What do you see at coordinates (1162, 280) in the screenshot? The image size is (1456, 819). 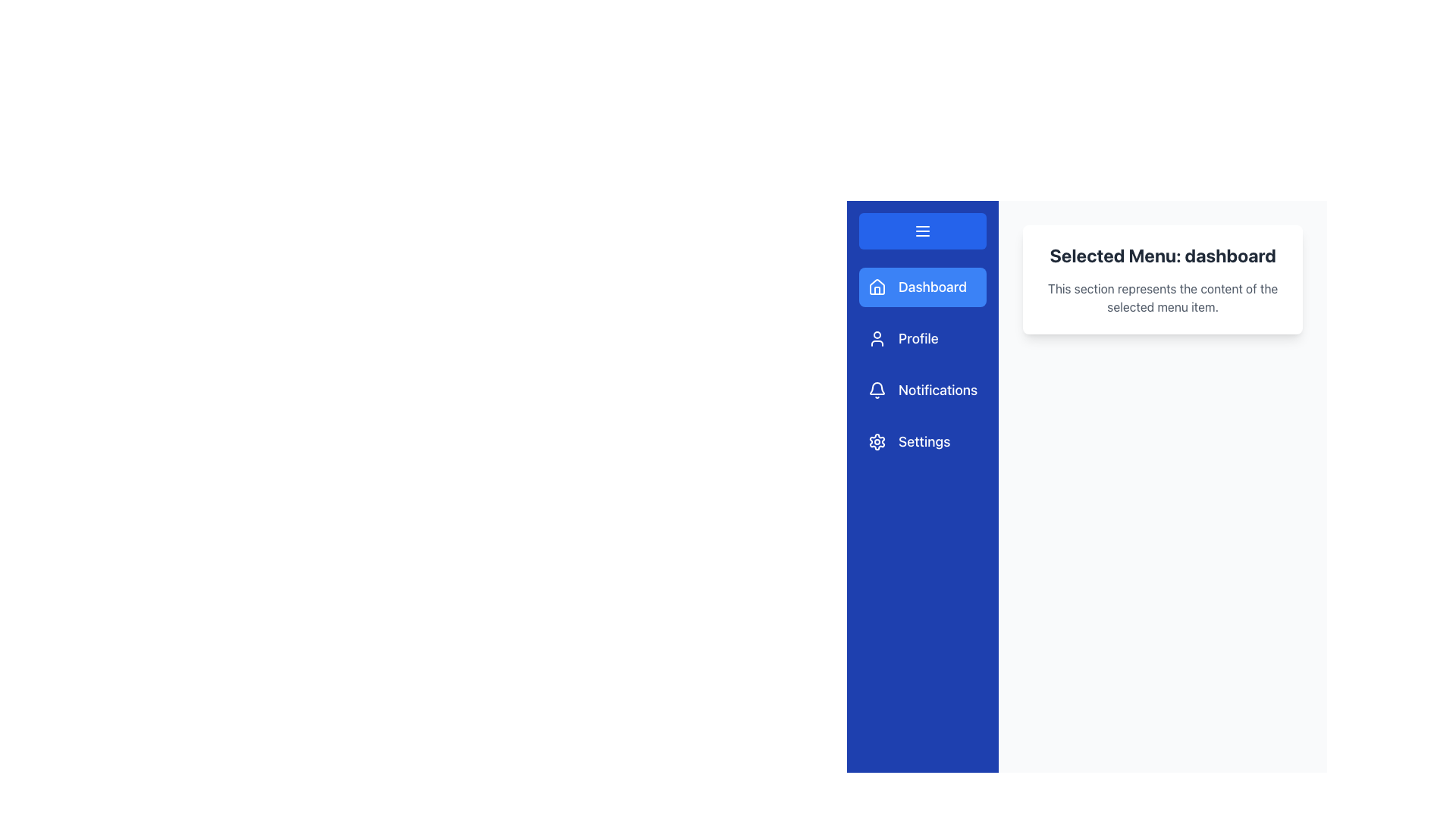 I see `the Informative card located in the top right quadrant of the interface, which displays information about the currently selected option in the navigation menu` at bounding box center [1162, 280].